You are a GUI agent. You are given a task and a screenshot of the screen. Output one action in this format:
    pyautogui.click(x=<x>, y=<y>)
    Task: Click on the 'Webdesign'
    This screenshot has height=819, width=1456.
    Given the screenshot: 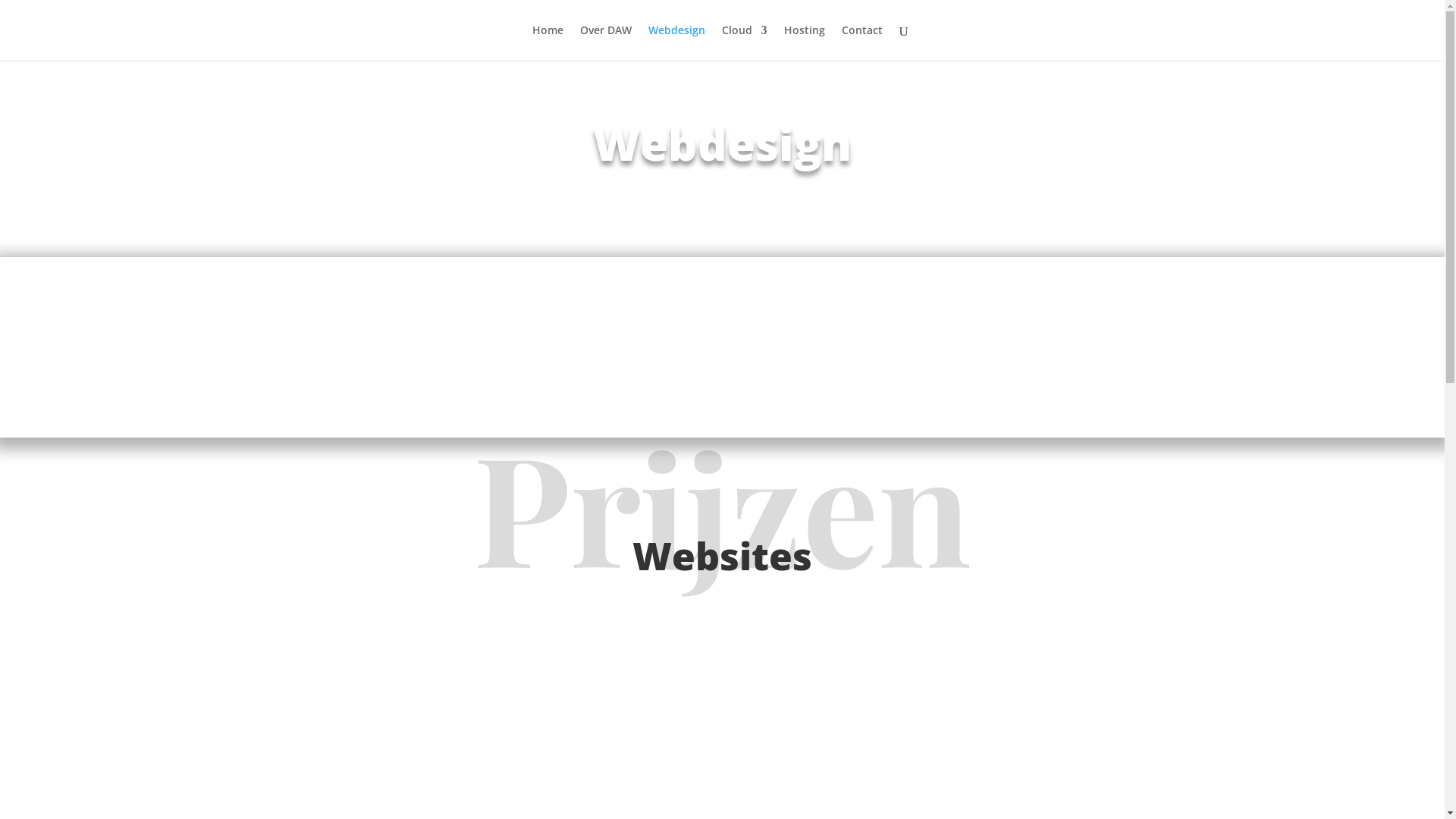 What is the action you would take?
    pyautogui.click(x=675, y=42)
    